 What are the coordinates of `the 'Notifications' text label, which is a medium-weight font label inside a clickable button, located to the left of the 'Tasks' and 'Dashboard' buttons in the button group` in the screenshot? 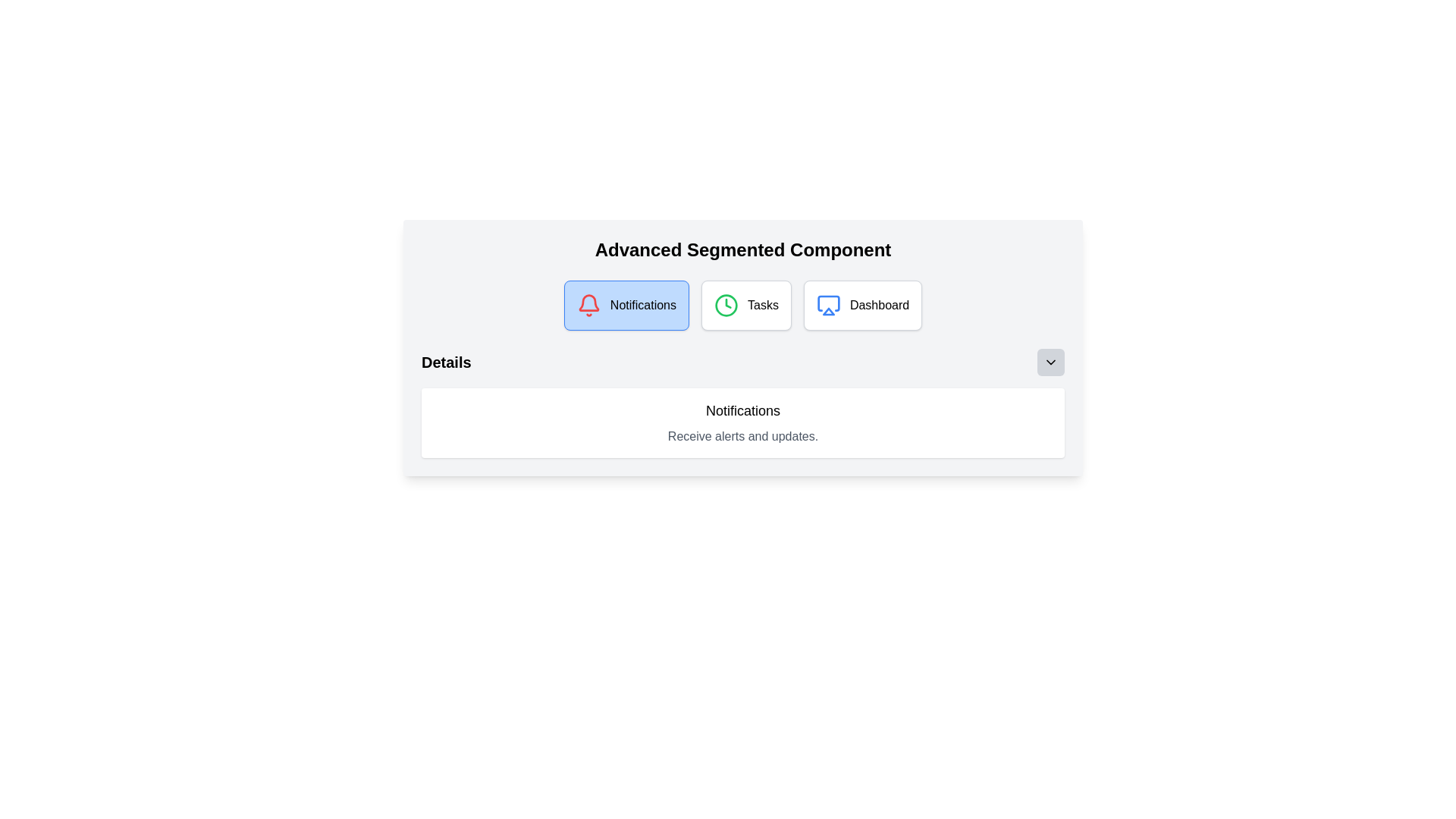 It's located at (643, 305).